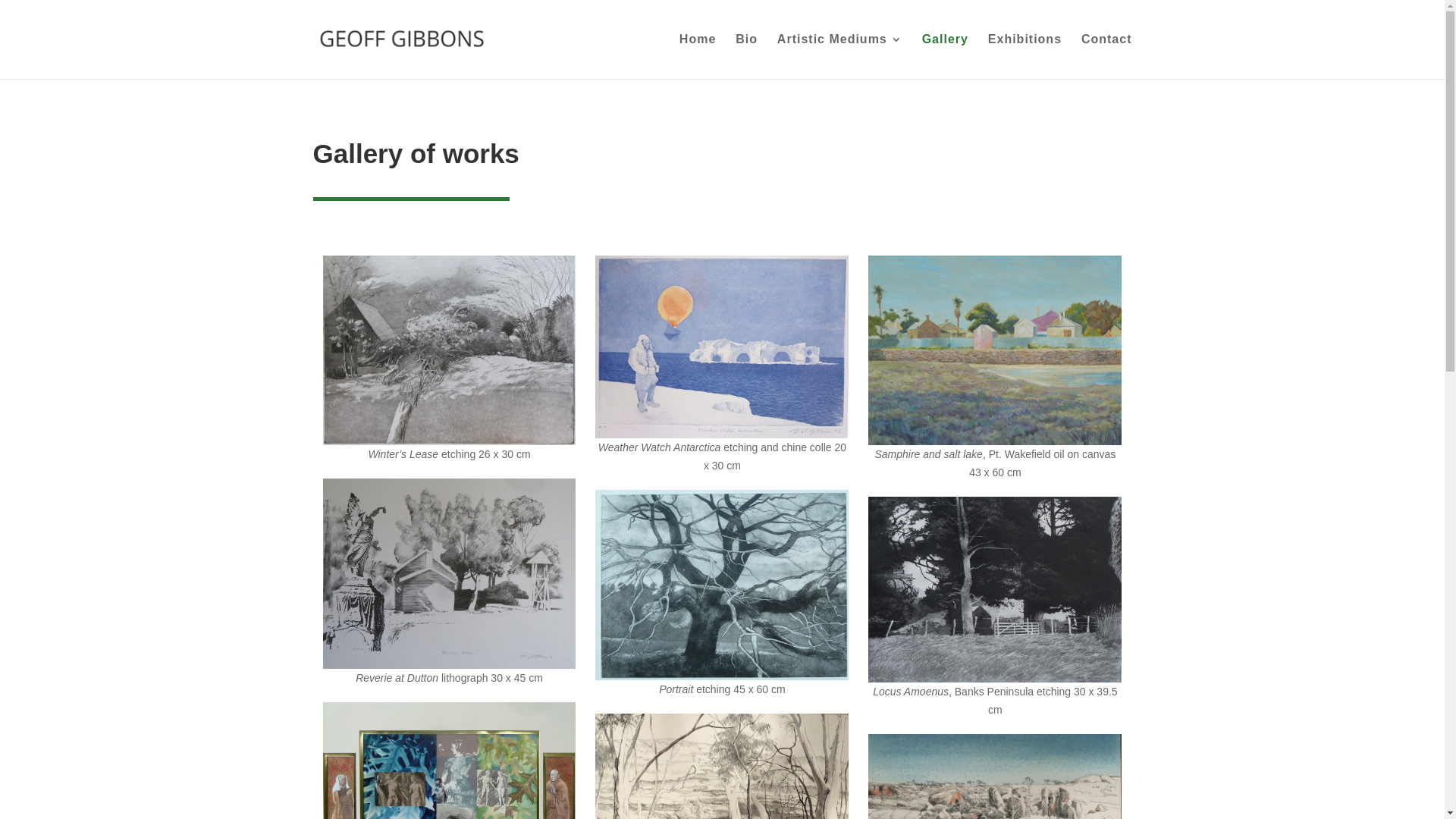 The height and width of the screenshot is (819, 1456). Describe the element at coordinates (697, 55) in the screenshot. I see `'Home'` at that location.